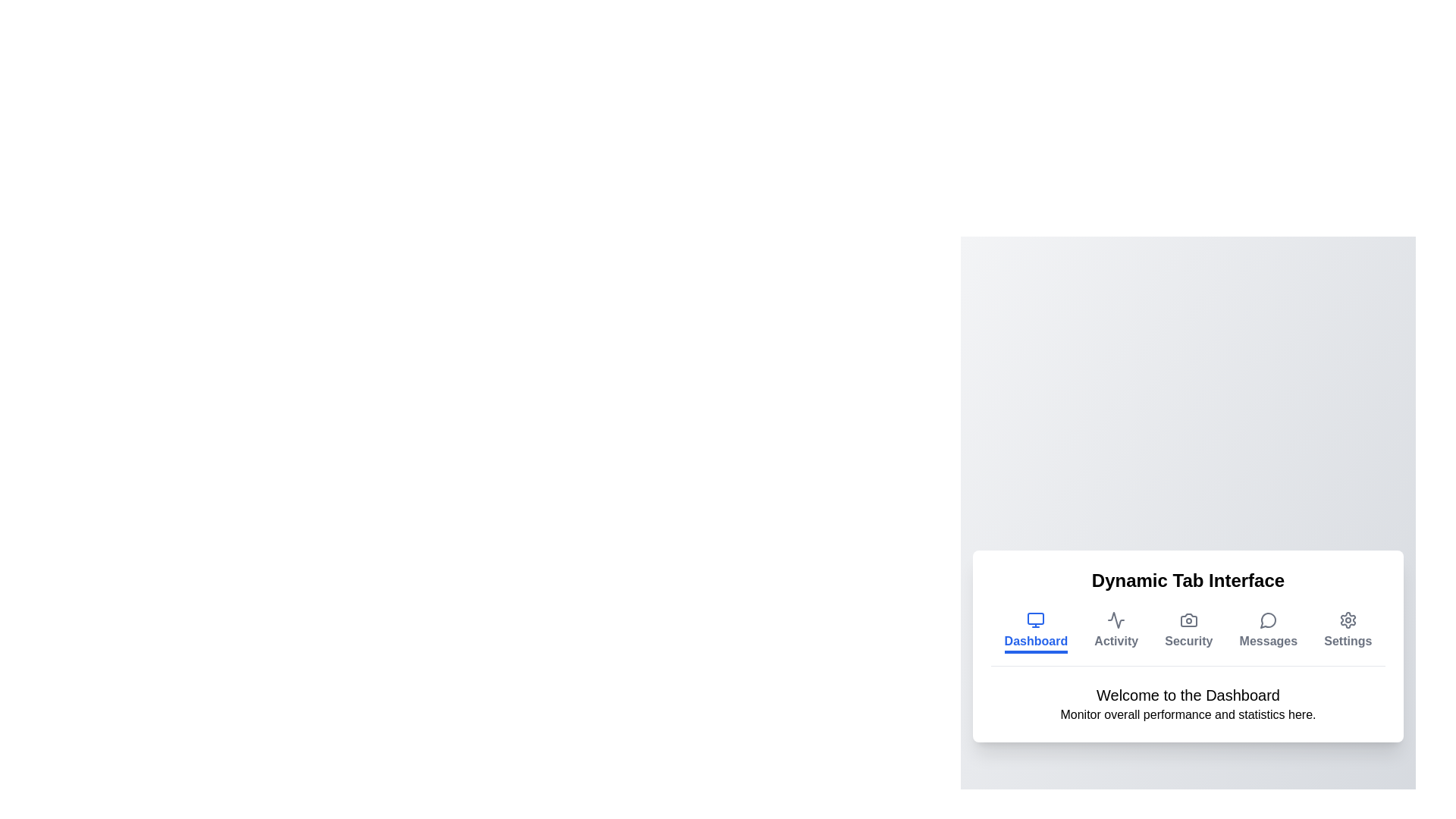 This screenshot has width=1456, height=819. Describe the element at coordinates (1187, 704) in the screenshot. I see `the text block displaying 'Welcome to the Dashboard' and 'Monitor overall performance and statistics here.' positioned at the bottom of the card component` at that location.